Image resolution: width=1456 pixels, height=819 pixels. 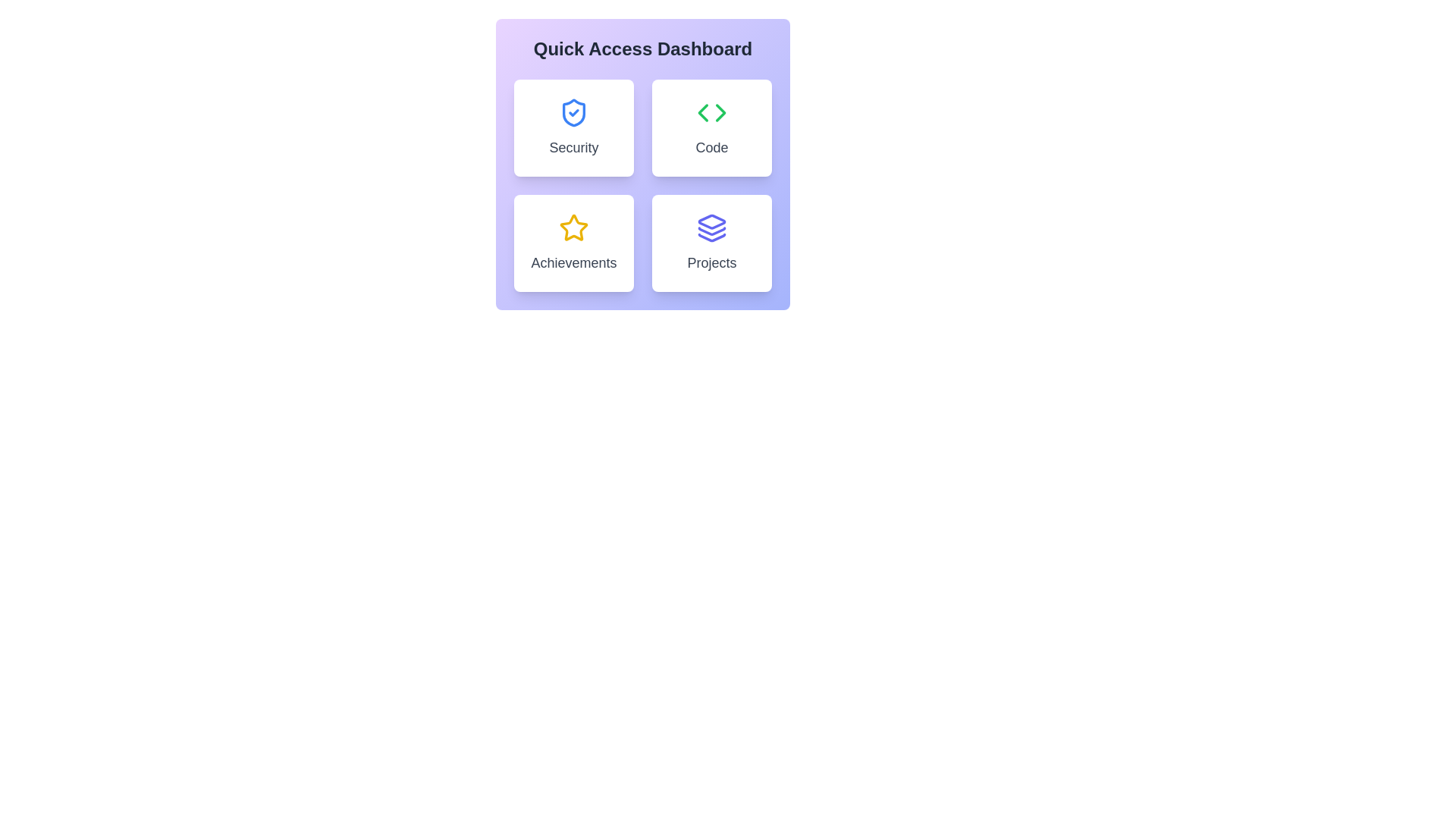 I want to click on the icon representing the 'Projects' section to interact with it, so click(x=711, y=227).